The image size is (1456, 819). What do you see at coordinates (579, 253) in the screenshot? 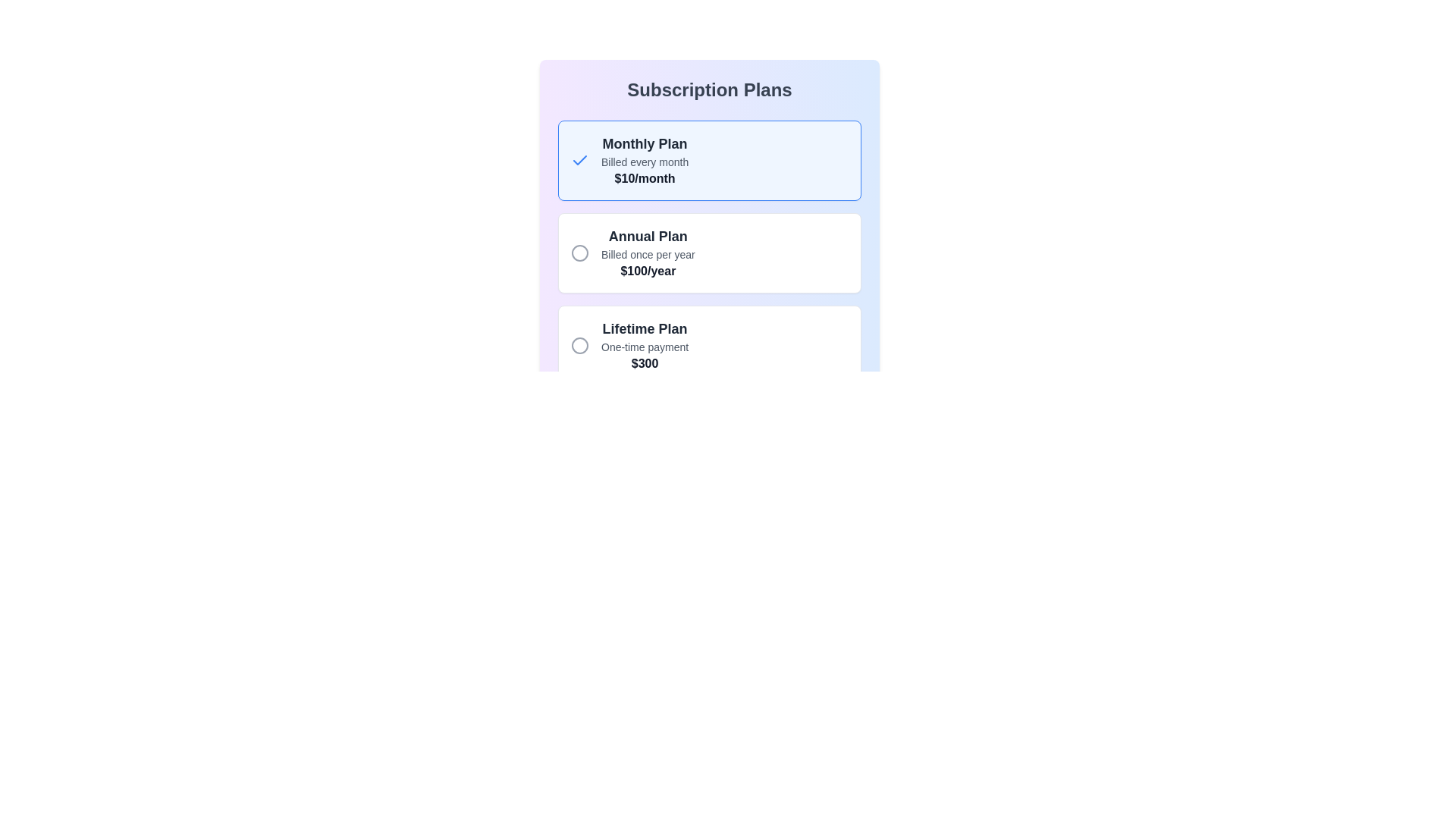
I see `the unselected Radio button indicator for the 'Annual Plan' option in the 'Subscription Plans' component` at bounding box center [579, 253].